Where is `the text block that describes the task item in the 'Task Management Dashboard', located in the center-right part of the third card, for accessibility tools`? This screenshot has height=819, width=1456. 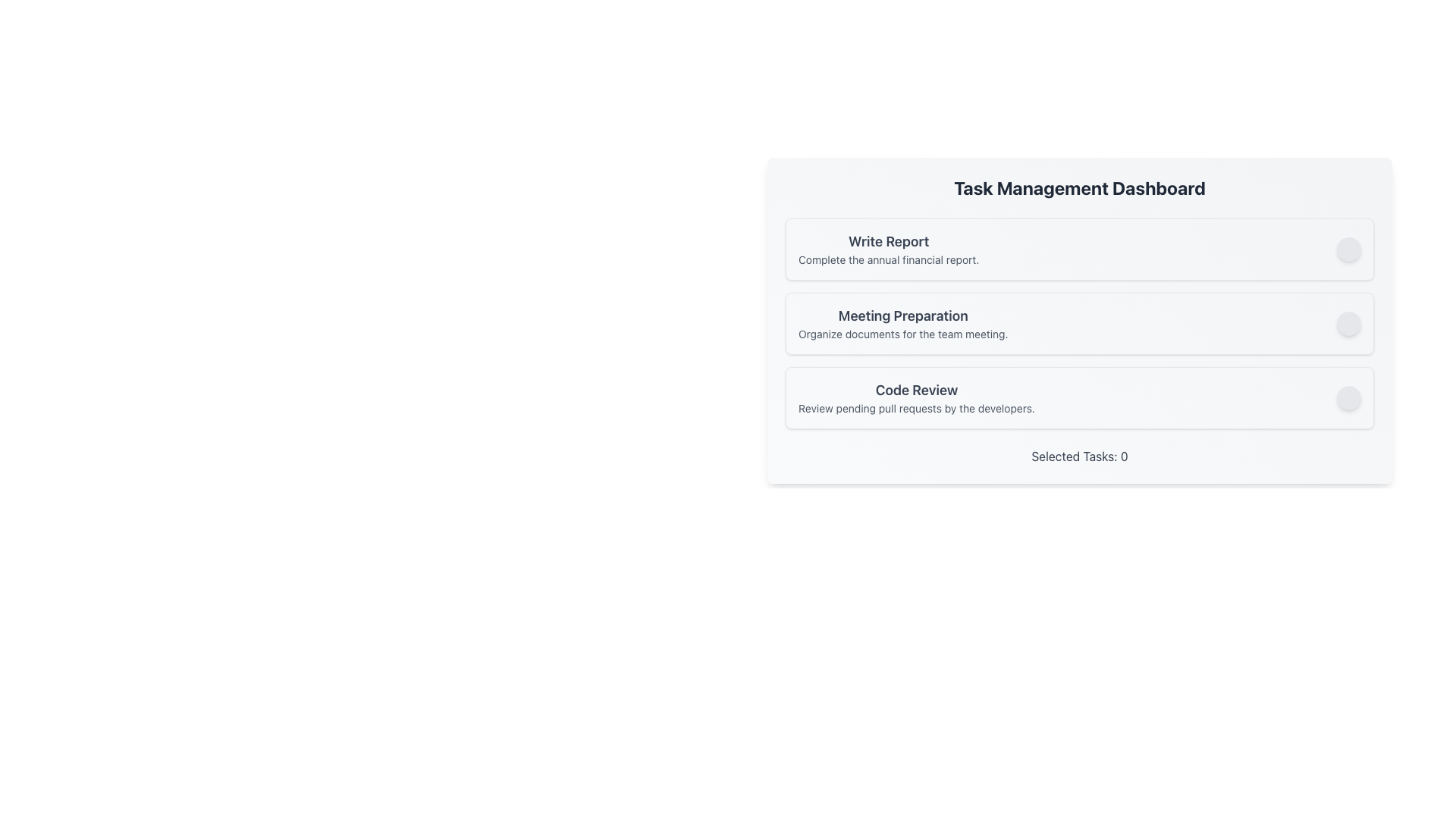
the text block that describes the task item in the 'Task Management Dashboard', located in the center-right part of the third card, for accessibility tools is located at coordinates (916, 397).